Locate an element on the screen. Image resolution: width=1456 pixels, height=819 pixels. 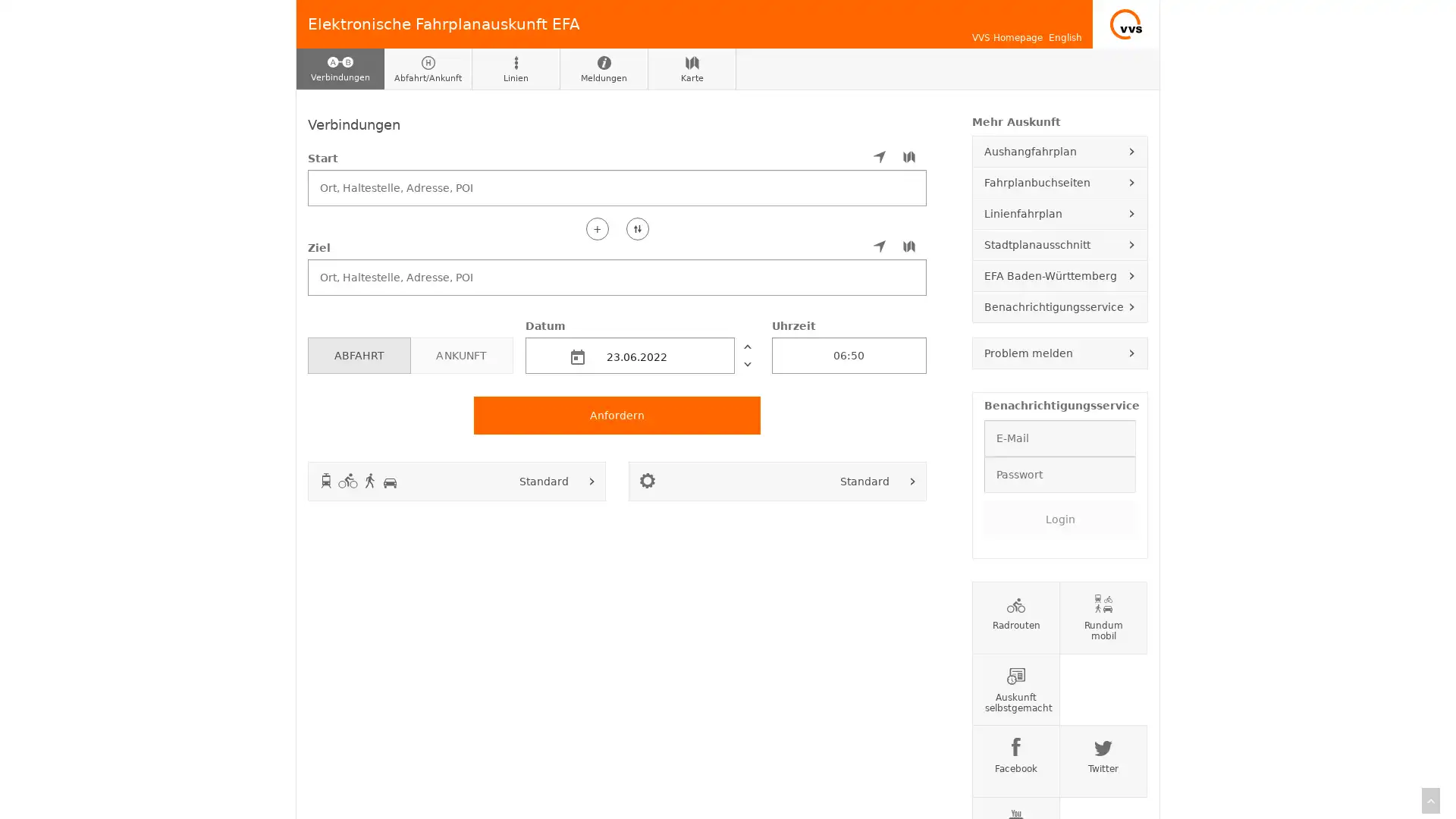
Linien is located at coordinates (516, 69).